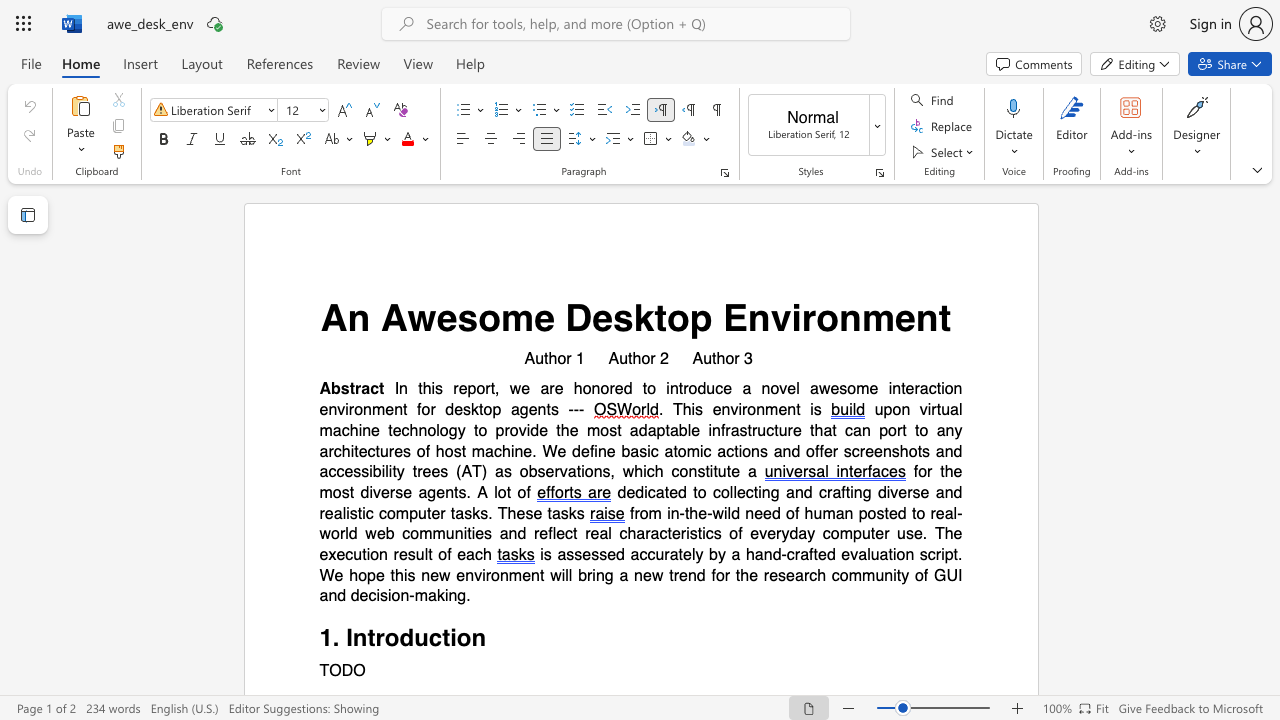 This screenshot has height=720, width=1280. What do you see at coordinates (563, 512) in the screenshot?
I see `the 6th character "s" in the text` at bounding box center [563, 512].